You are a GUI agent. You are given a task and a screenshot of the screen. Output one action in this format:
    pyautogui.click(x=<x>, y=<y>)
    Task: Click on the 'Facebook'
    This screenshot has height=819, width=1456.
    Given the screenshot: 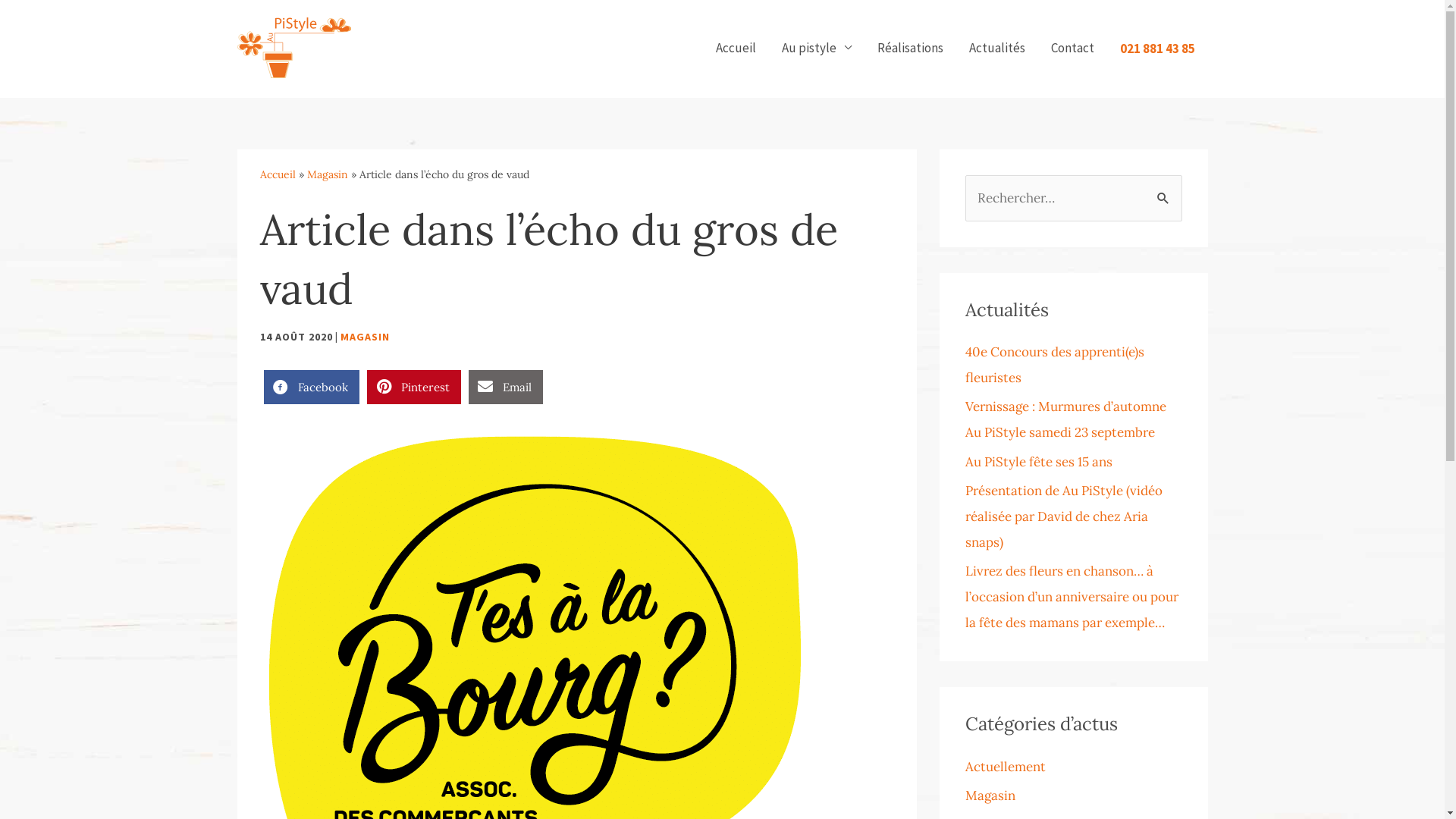 What is the action you would take?
    pyautogui.click(x=263, y=386)
    